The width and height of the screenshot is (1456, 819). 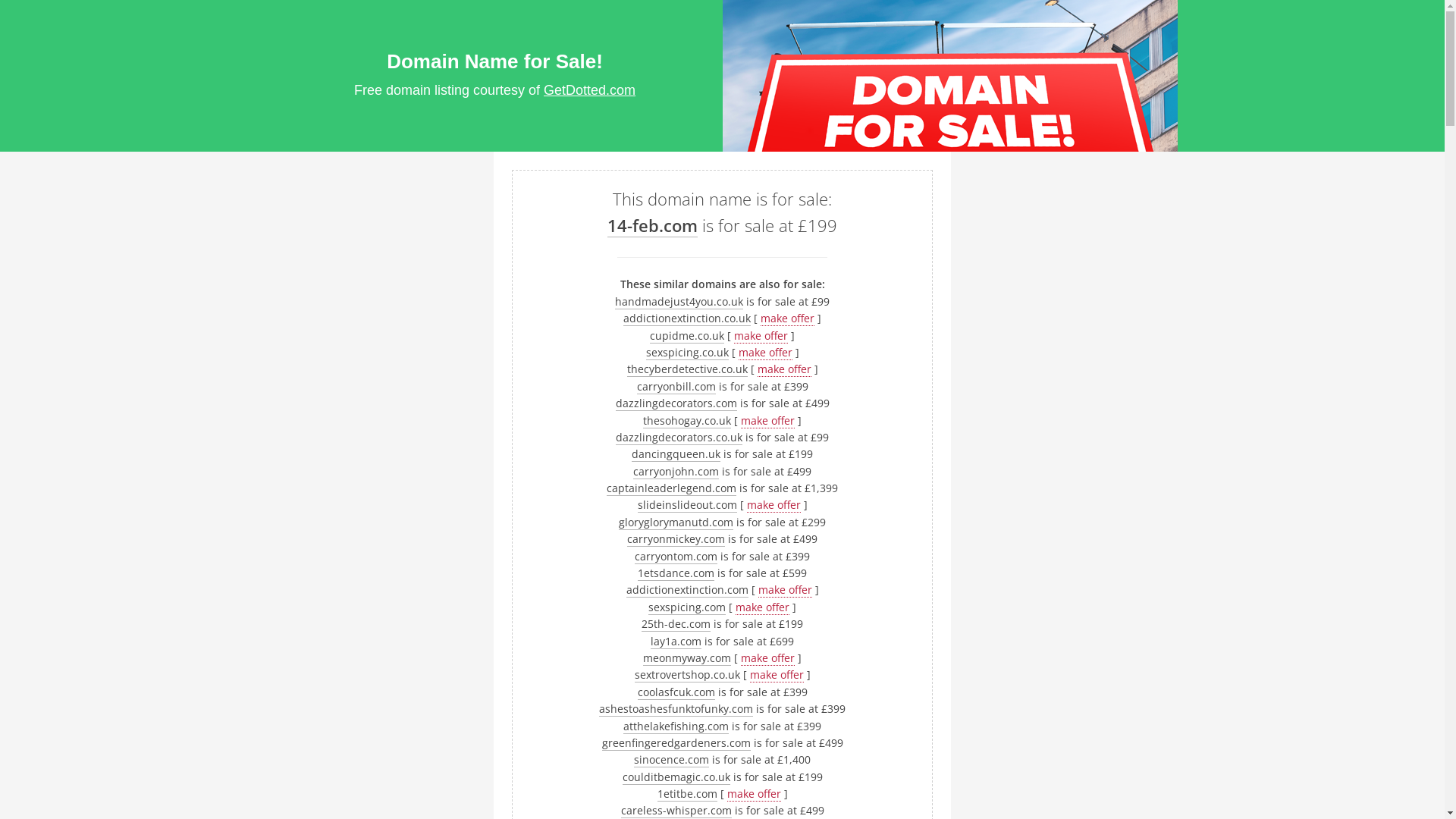 What do you see at coordinates (675, 708) in the screenshot?
I see `'ashestoashesfunktofunky.com'` at bounding box center [675, 708].